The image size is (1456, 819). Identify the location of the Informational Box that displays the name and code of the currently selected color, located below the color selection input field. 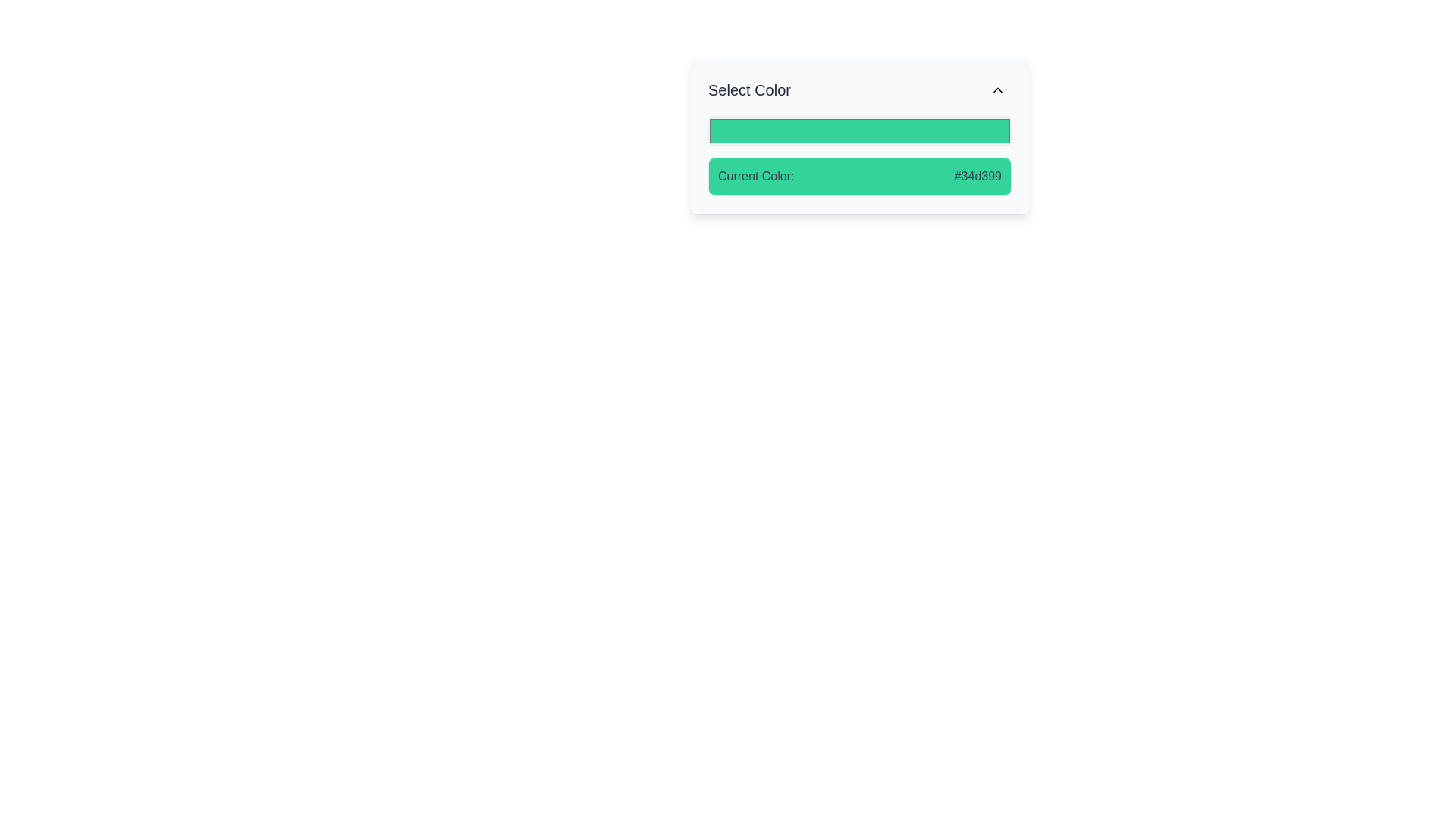
(859, 155).